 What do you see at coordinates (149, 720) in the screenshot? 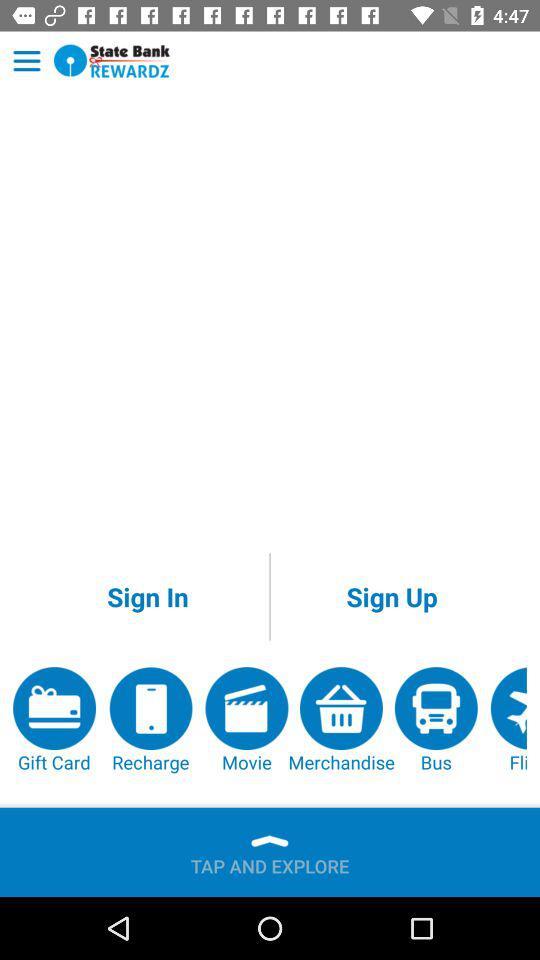
I see `the recharge icon` at bounding box center [149, 720].